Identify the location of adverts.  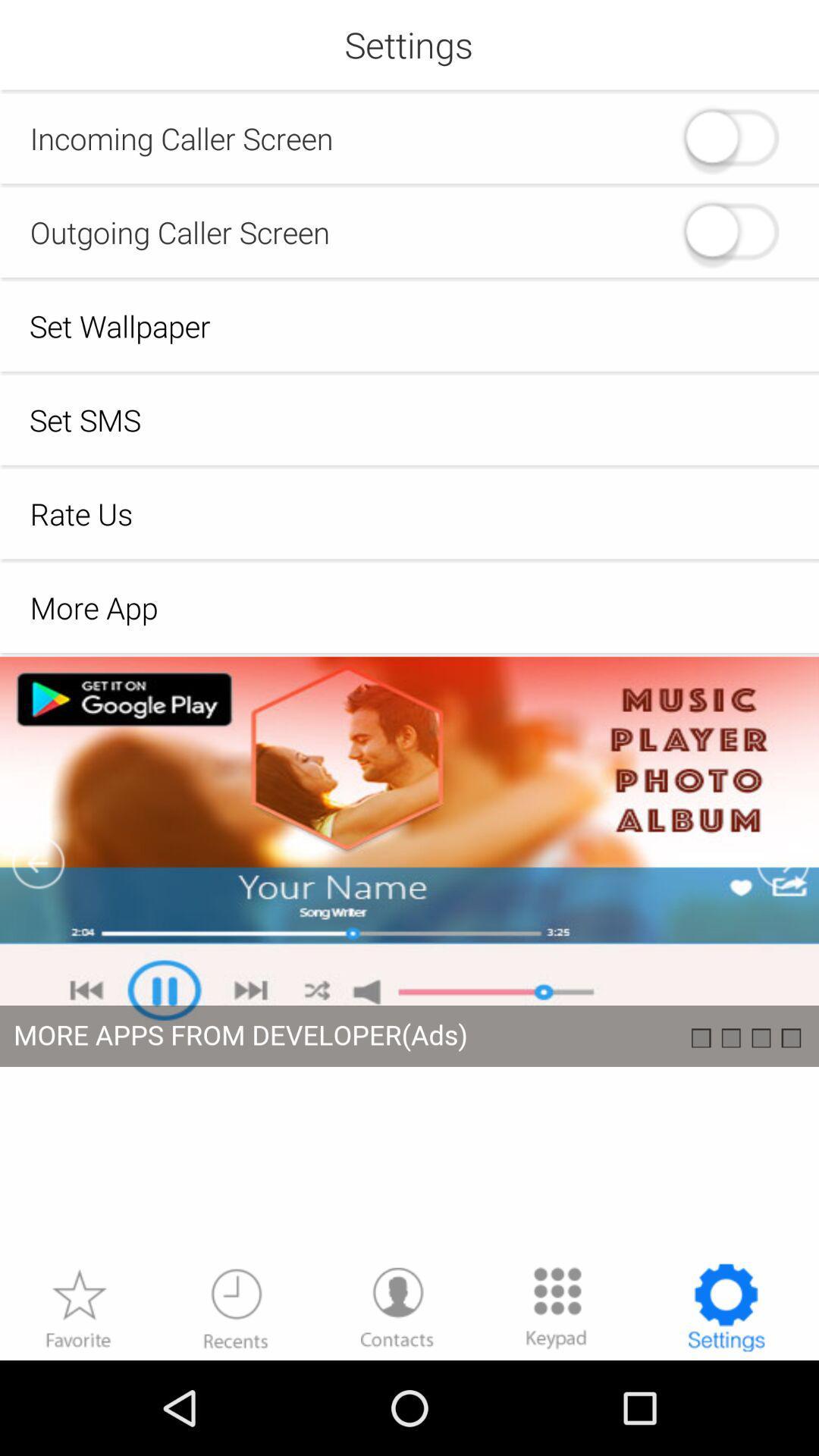
(409, 958).